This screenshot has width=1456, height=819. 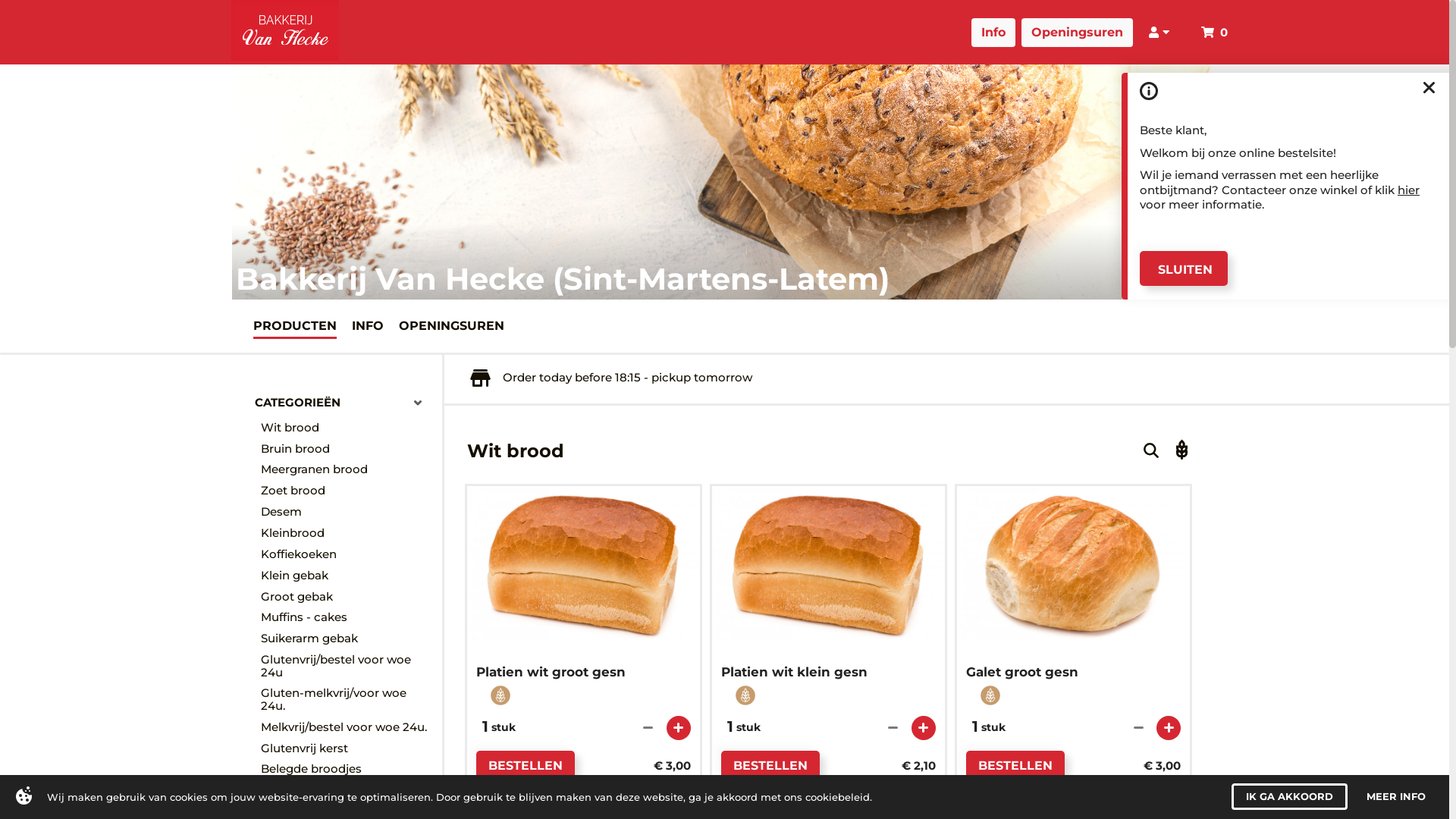 I want to click on 'PRODUCTEN', so click(x=294, y=325).